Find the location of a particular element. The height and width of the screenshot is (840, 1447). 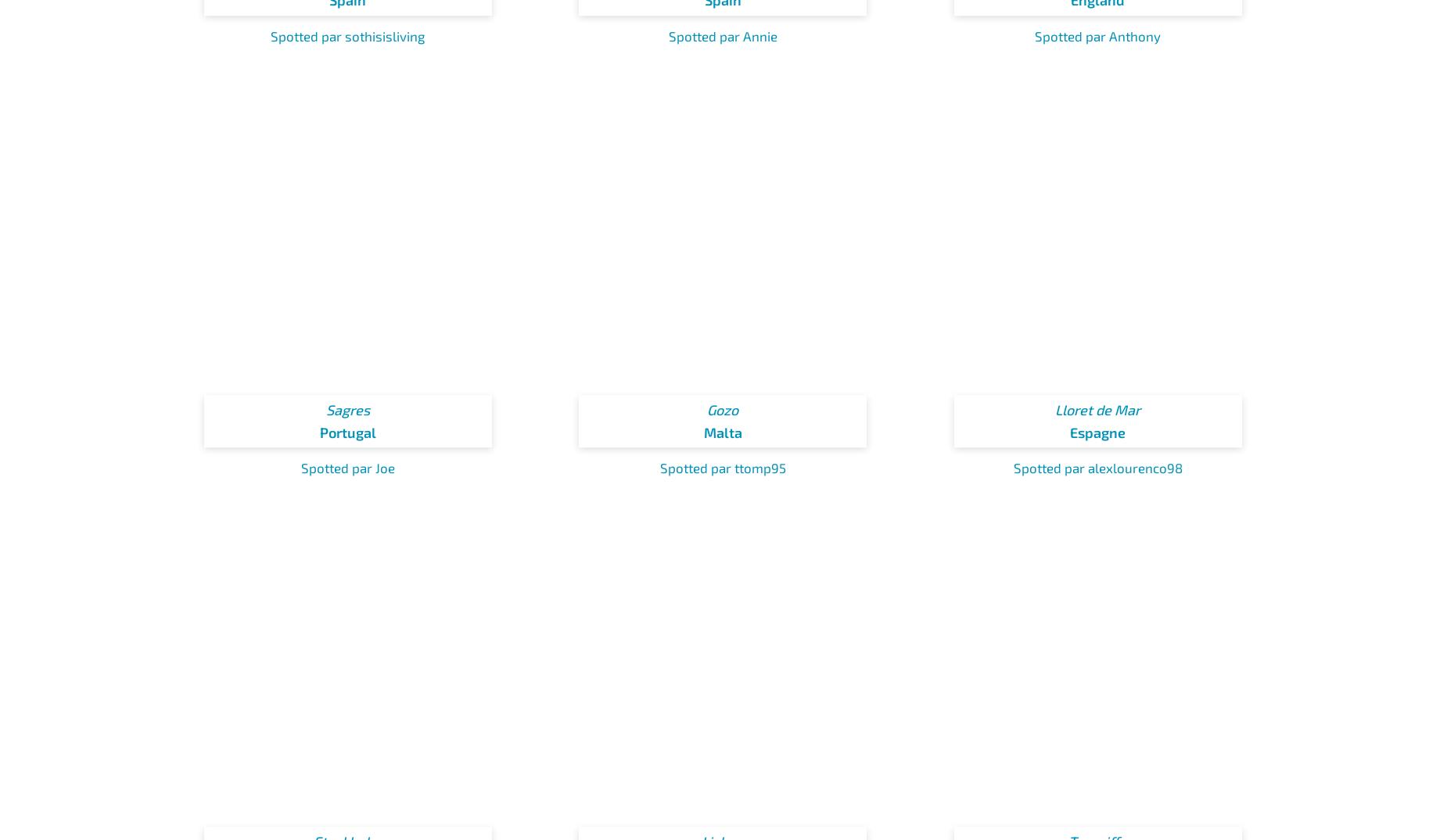

'Sagres' is located at coordinates (346, 410).